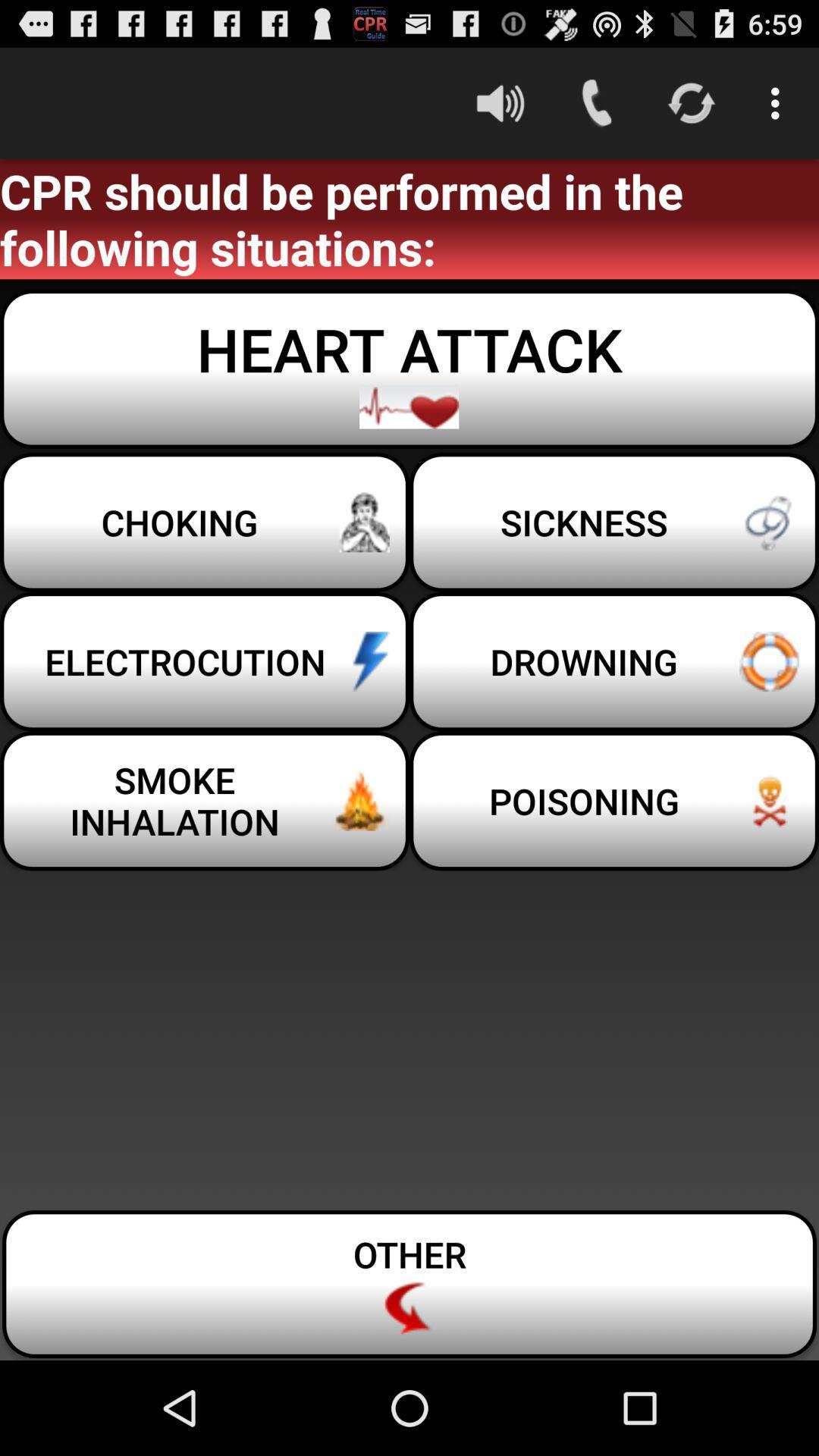 This screenshot has height=1456, width=819. I want to click on the button to the right of the choking button, so click(614, 661).